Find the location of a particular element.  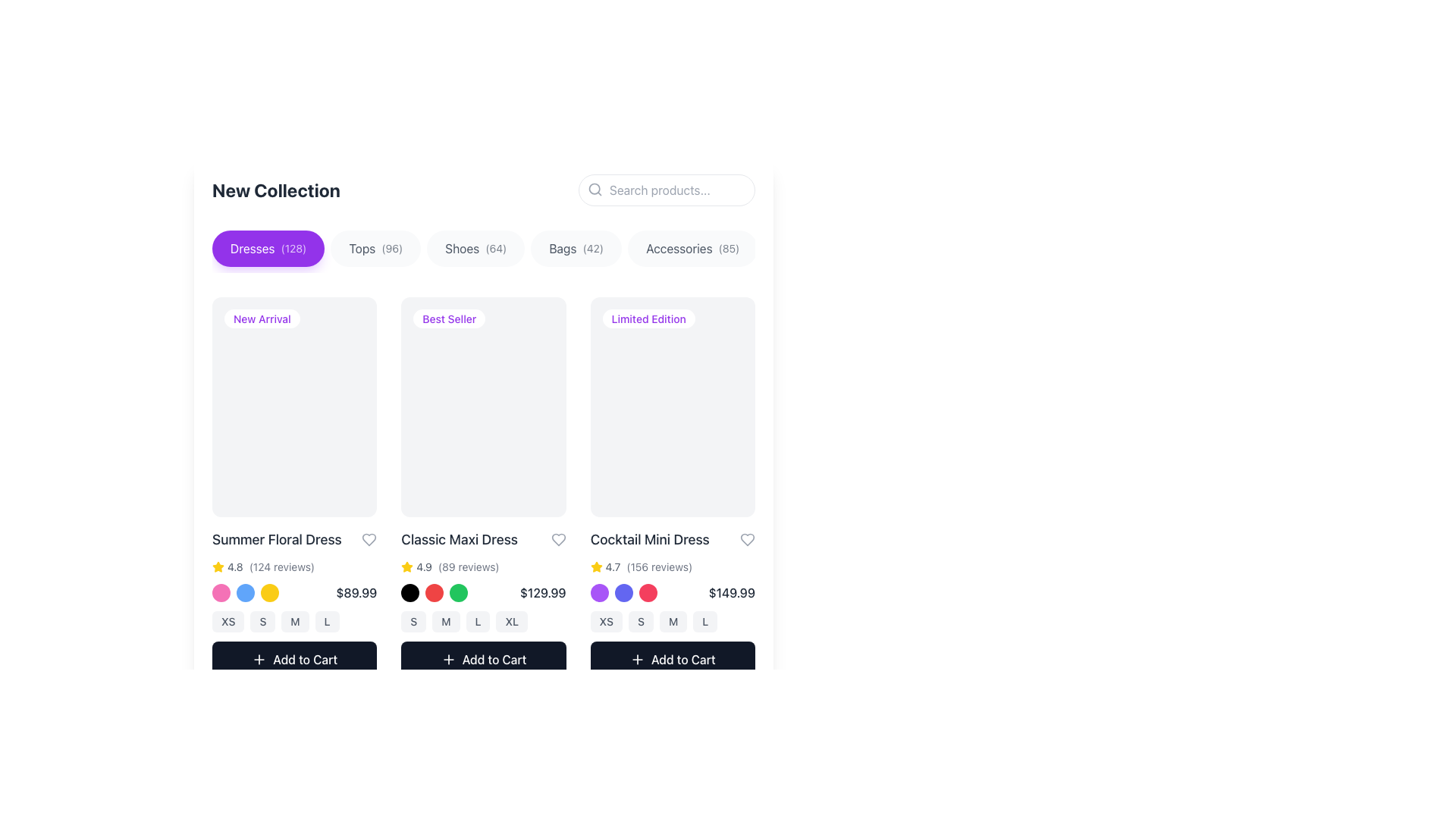

the text label providing supplementary information about the number of reviews associated with the rated item, located to the right of the numerical rating '4.8' and the accompanying star icon is located at coordinates (281, 566).